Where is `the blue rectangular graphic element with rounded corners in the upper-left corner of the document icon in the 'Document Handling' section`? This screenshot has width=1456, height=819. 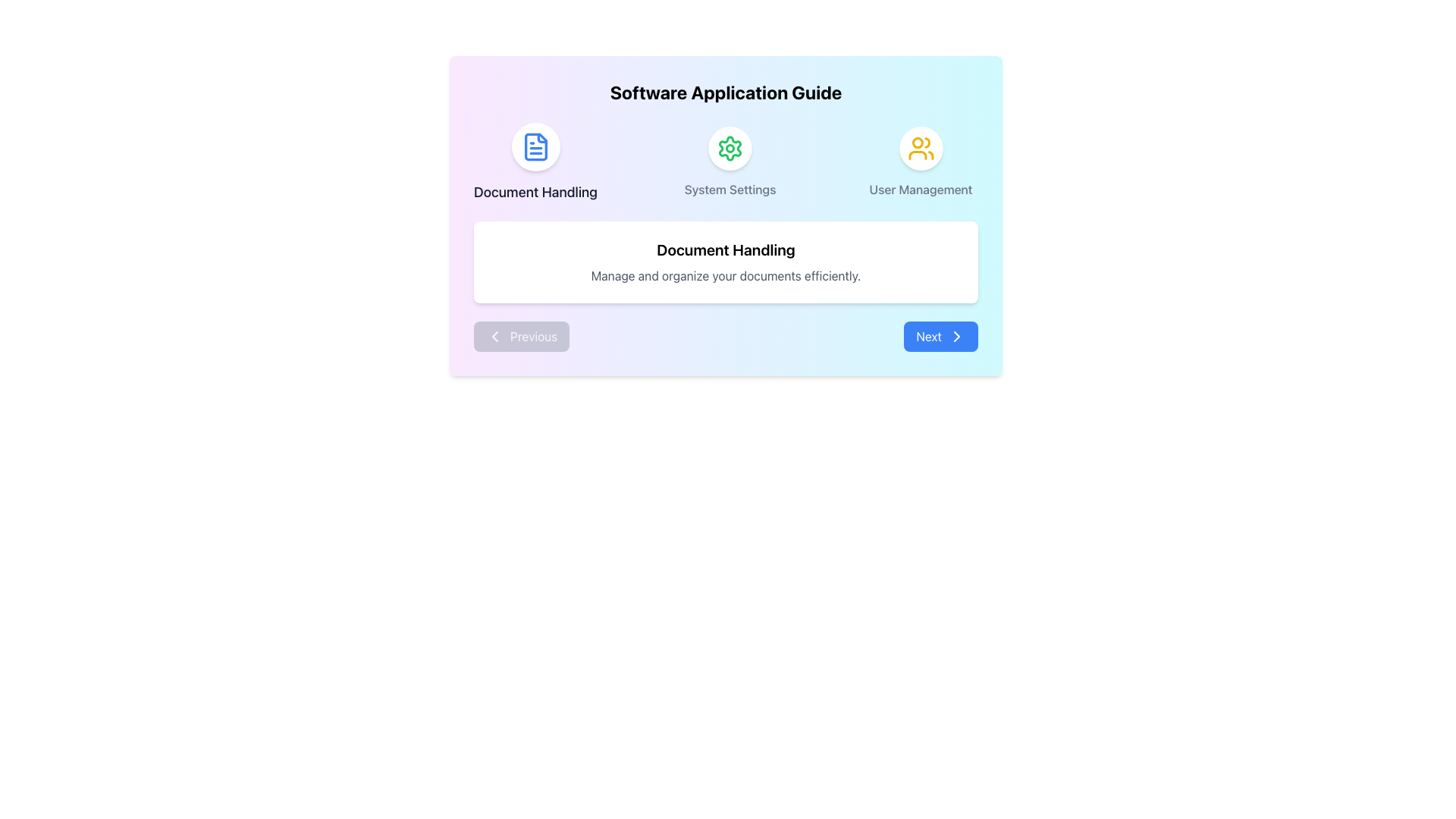
the blue rectangular graphic element with rounded corners in the upper-left corner of the document icon in the 'Document Handling' section is located at coordinates (535, 146).